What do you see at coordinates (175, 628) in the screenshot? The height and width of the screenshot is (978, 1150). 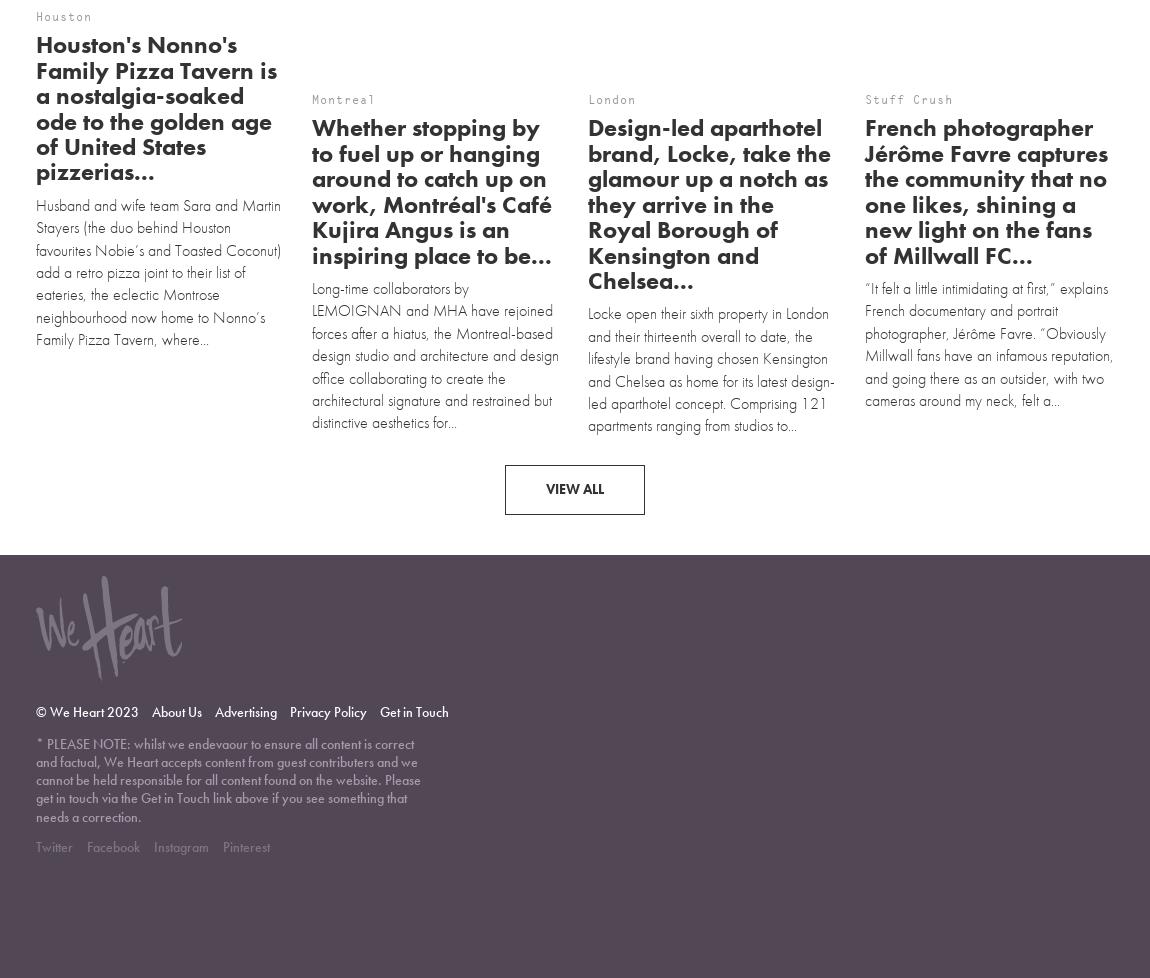 I see `'About Us'` at bounding box center [175, 628].